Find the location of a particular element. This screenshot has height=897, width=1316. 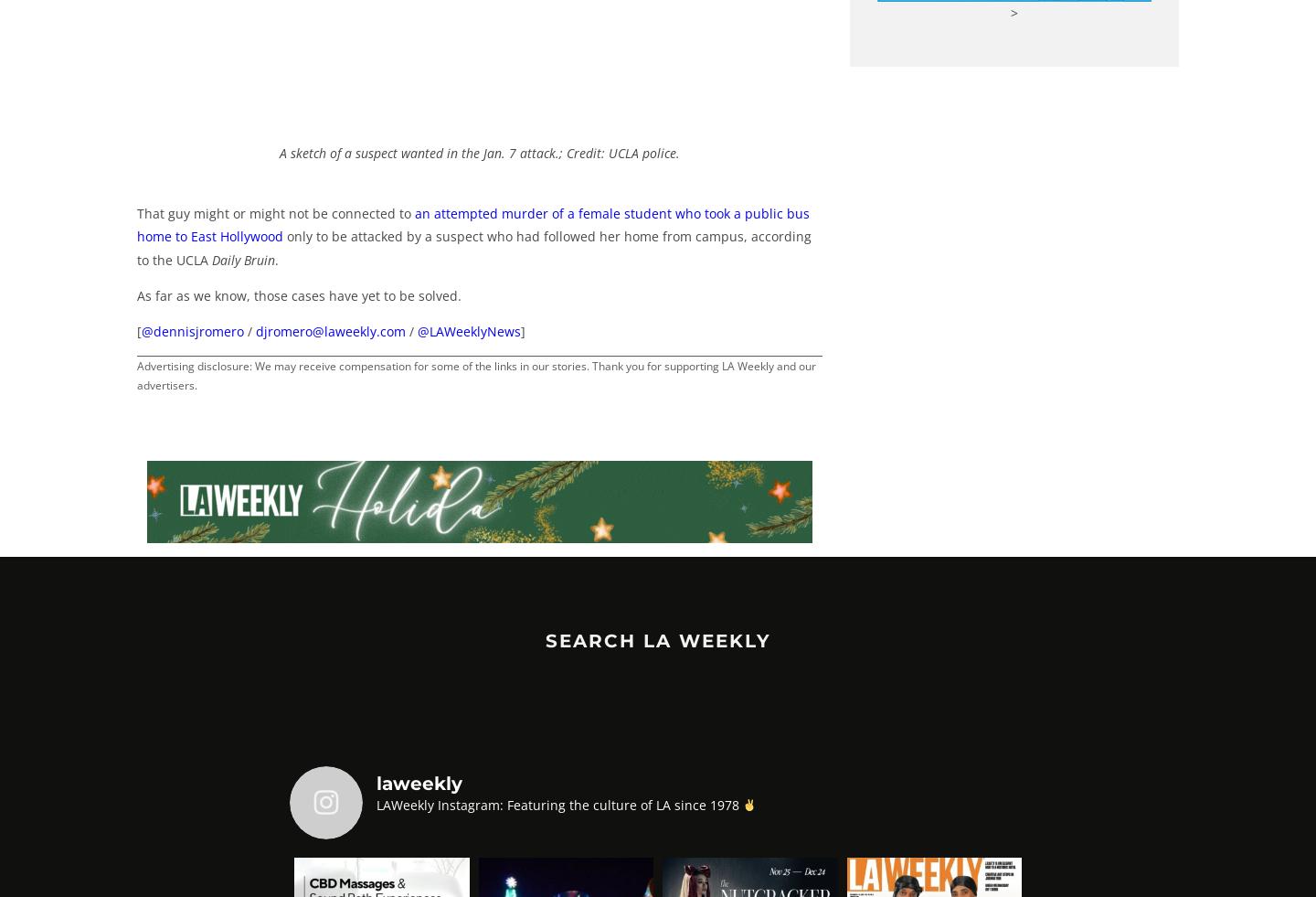

'only to be attacked by a suspect who had followed her home from campus, according to the UCLA' is located at coordinates (472, 246).